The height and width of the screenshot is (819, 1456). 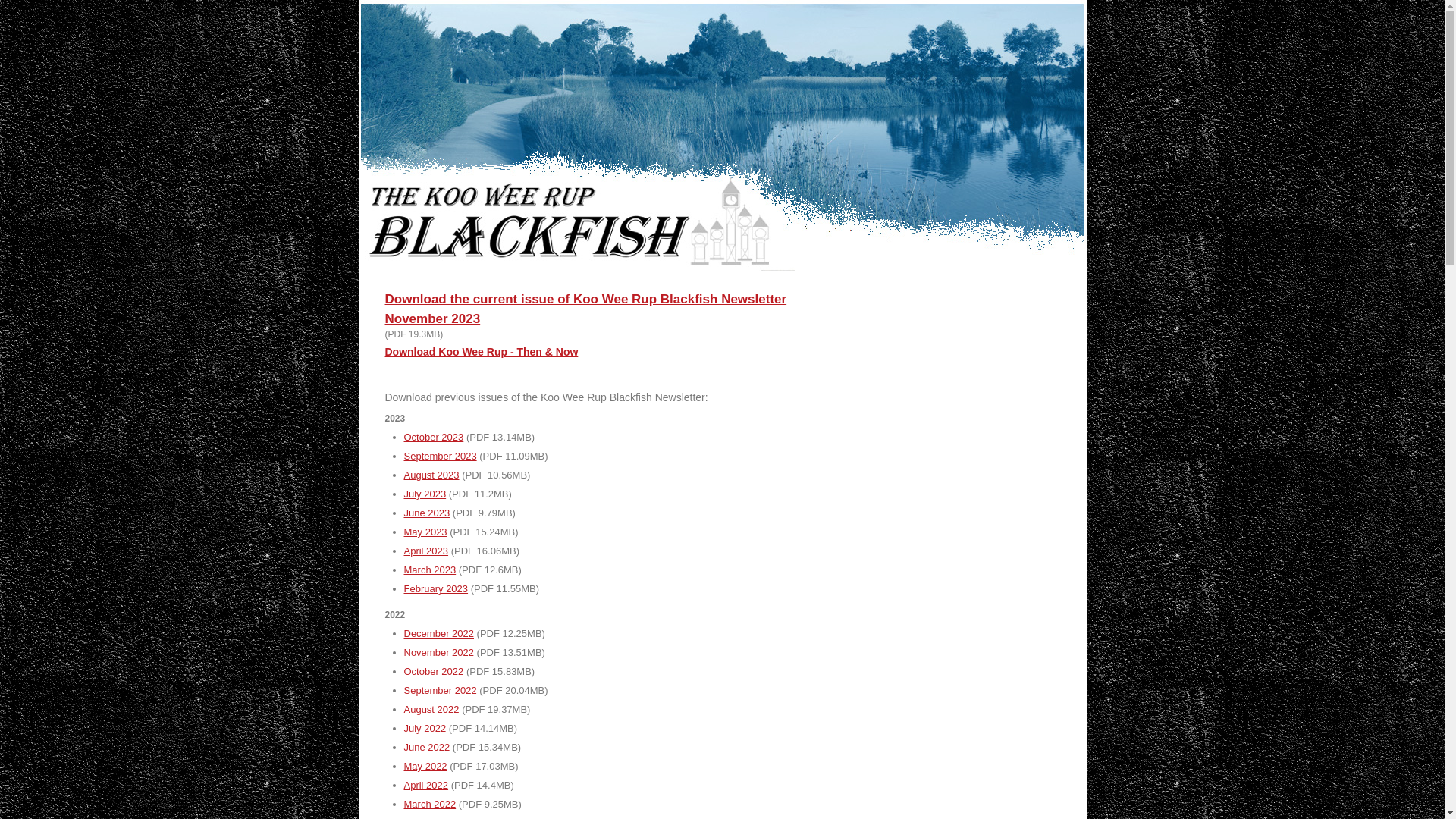 What do you see at coordinates (432, 437) in the screenshot?
I see `'October 2023'` at bounding box center [432, 437].